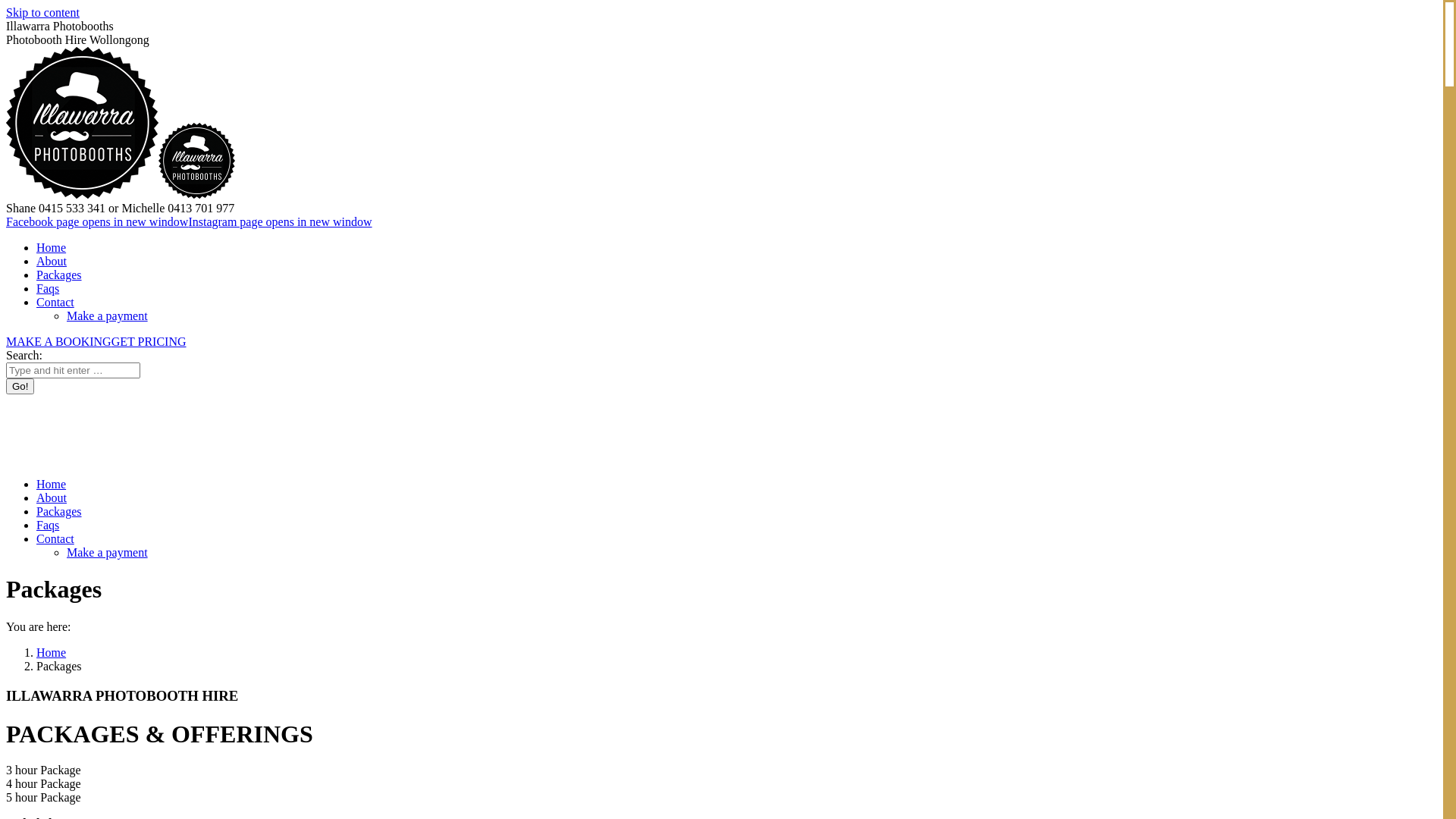  What do you see at coordinates (58, 341) in the screenshot?
I see `'MAKE A BOOKING'` at bounding box center [58, 341].